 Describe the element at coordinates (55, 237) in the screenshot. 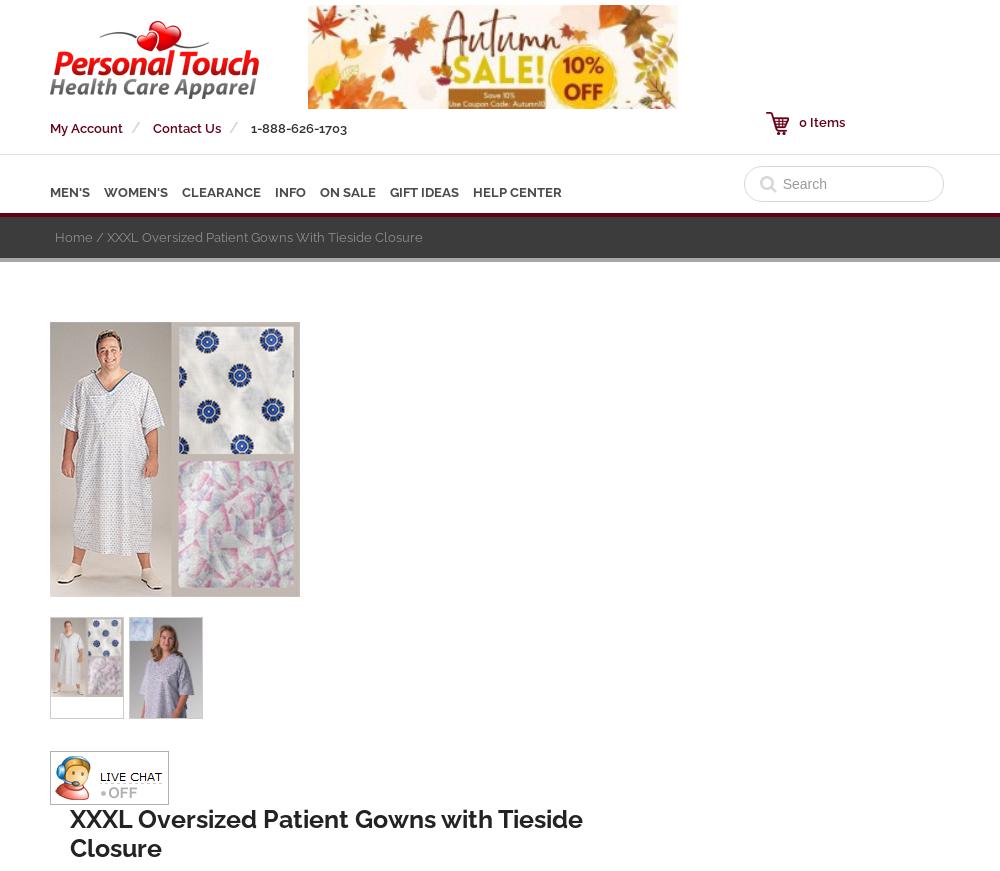

I see `'home'` at that location.